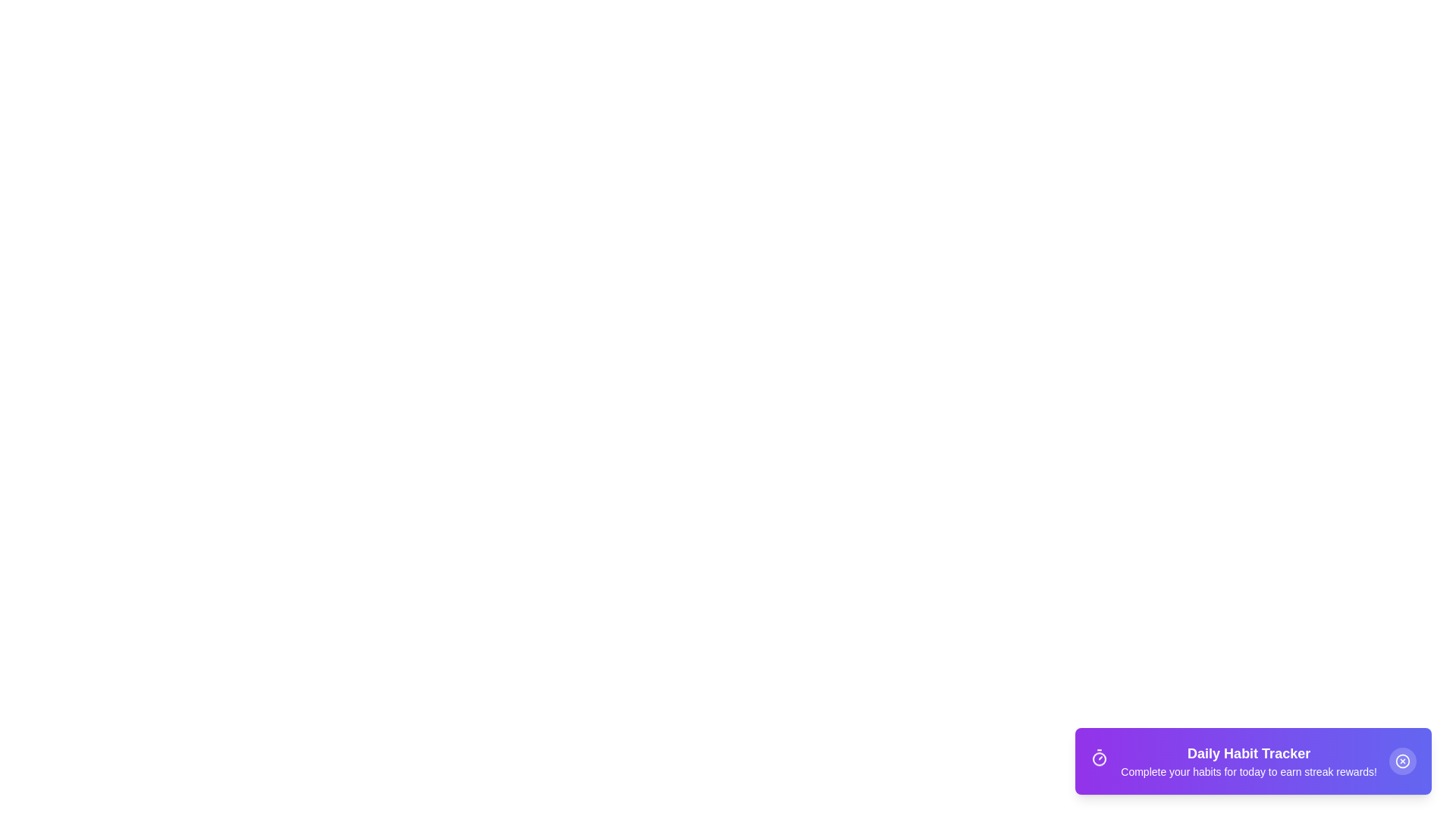 Image resolution: width=1456 pixels, height=819 pixels. Describe the element at coordinates (1099, 760) in the screenshot. I see `the decorative icon to interact with it` at that location.